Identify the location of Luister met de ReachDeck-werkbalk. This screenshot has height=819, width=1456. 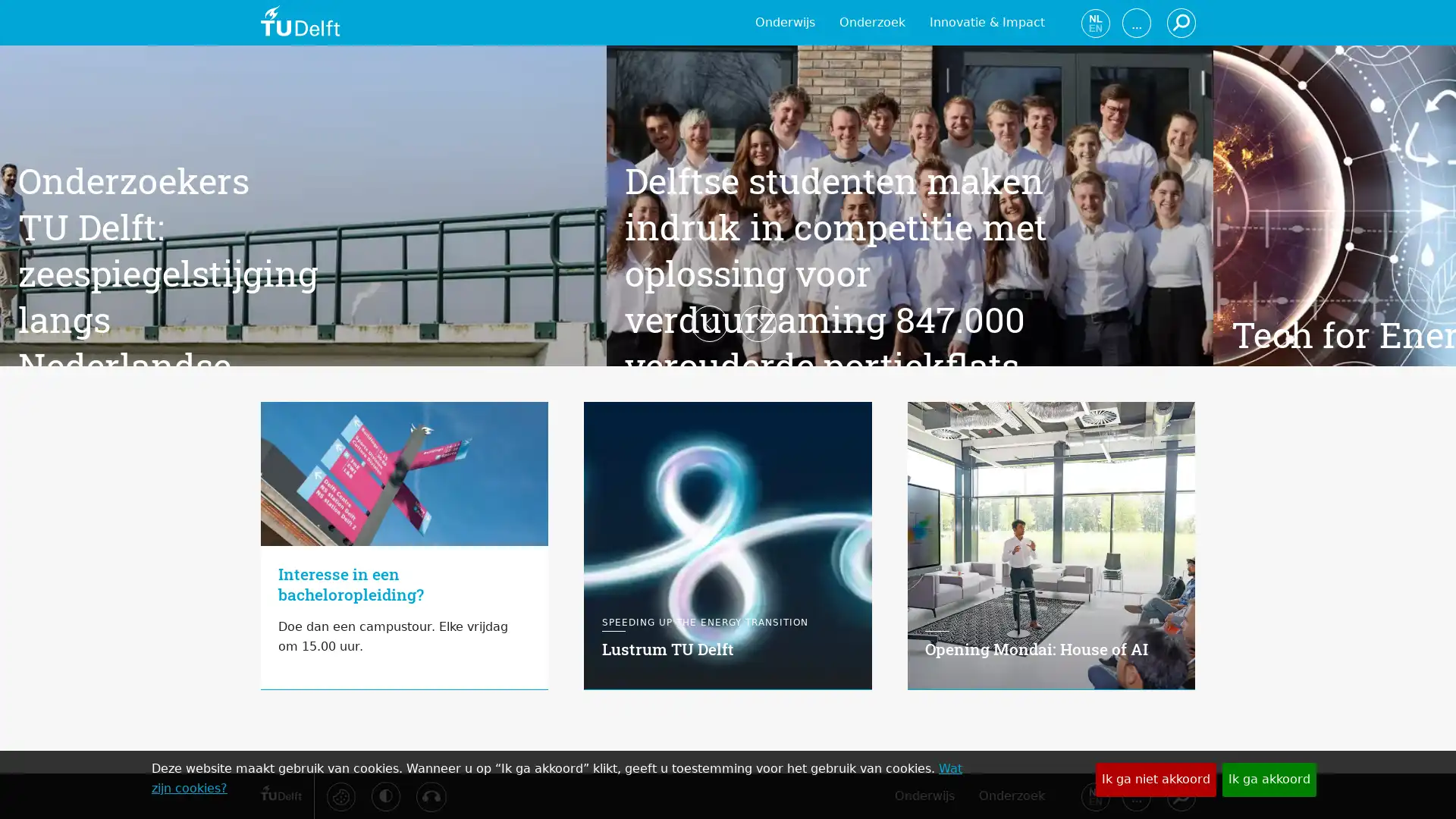
(429, 795).